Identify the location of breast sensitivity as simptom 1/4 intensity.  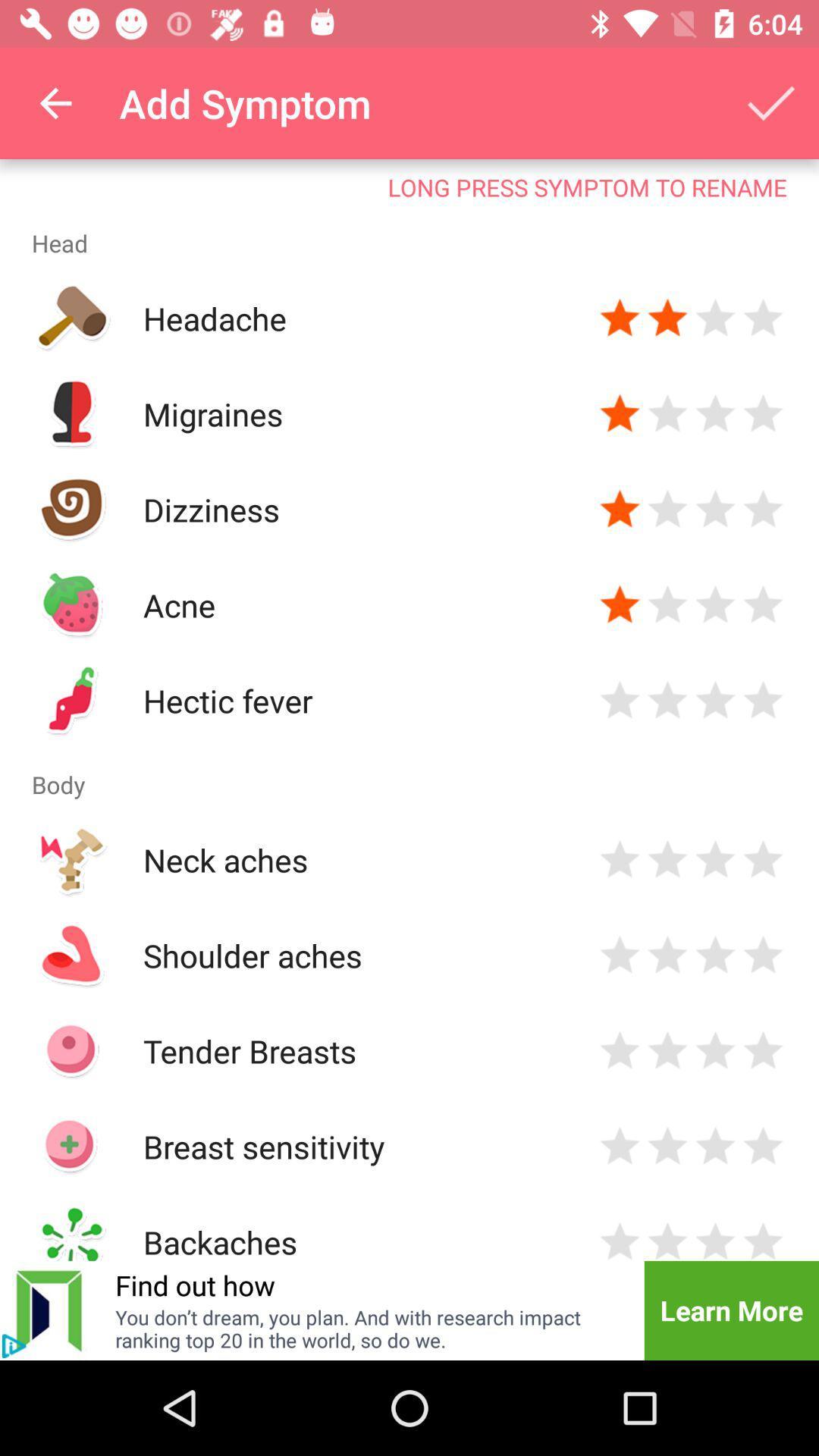
(620, 1147).